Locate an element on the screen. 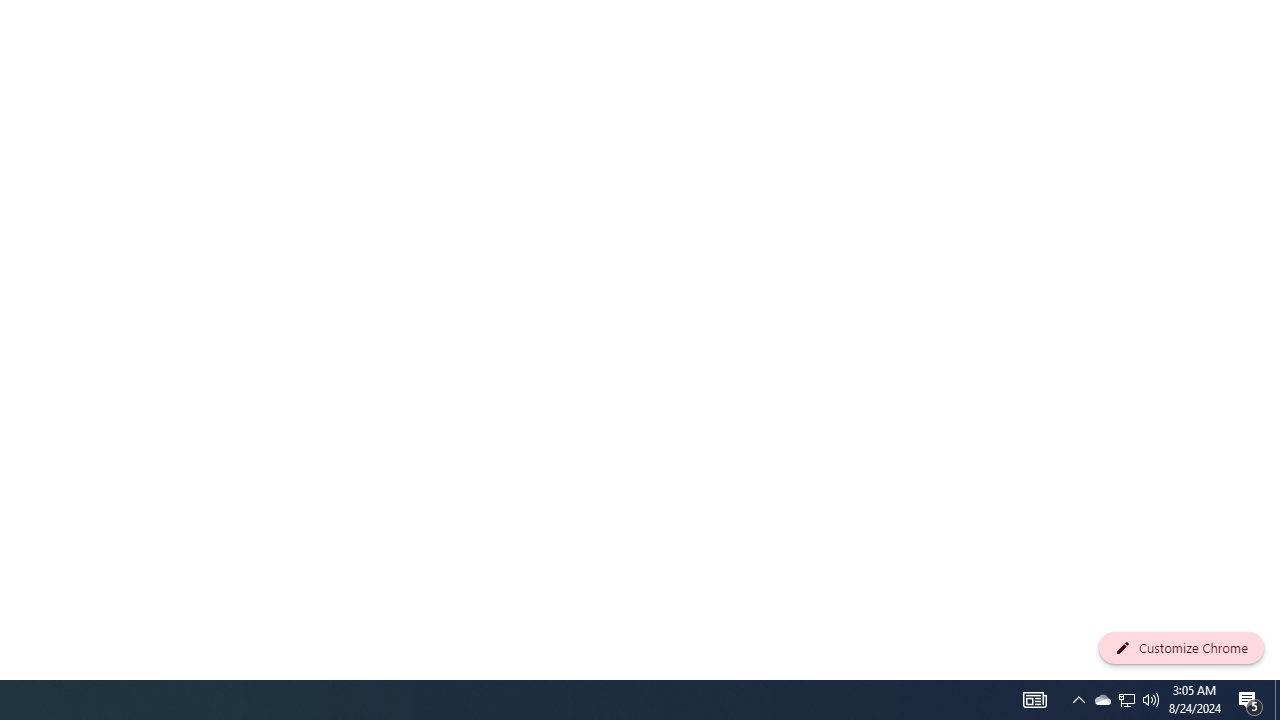  'Customize Chrome' is located at coordinates (1181, 648).